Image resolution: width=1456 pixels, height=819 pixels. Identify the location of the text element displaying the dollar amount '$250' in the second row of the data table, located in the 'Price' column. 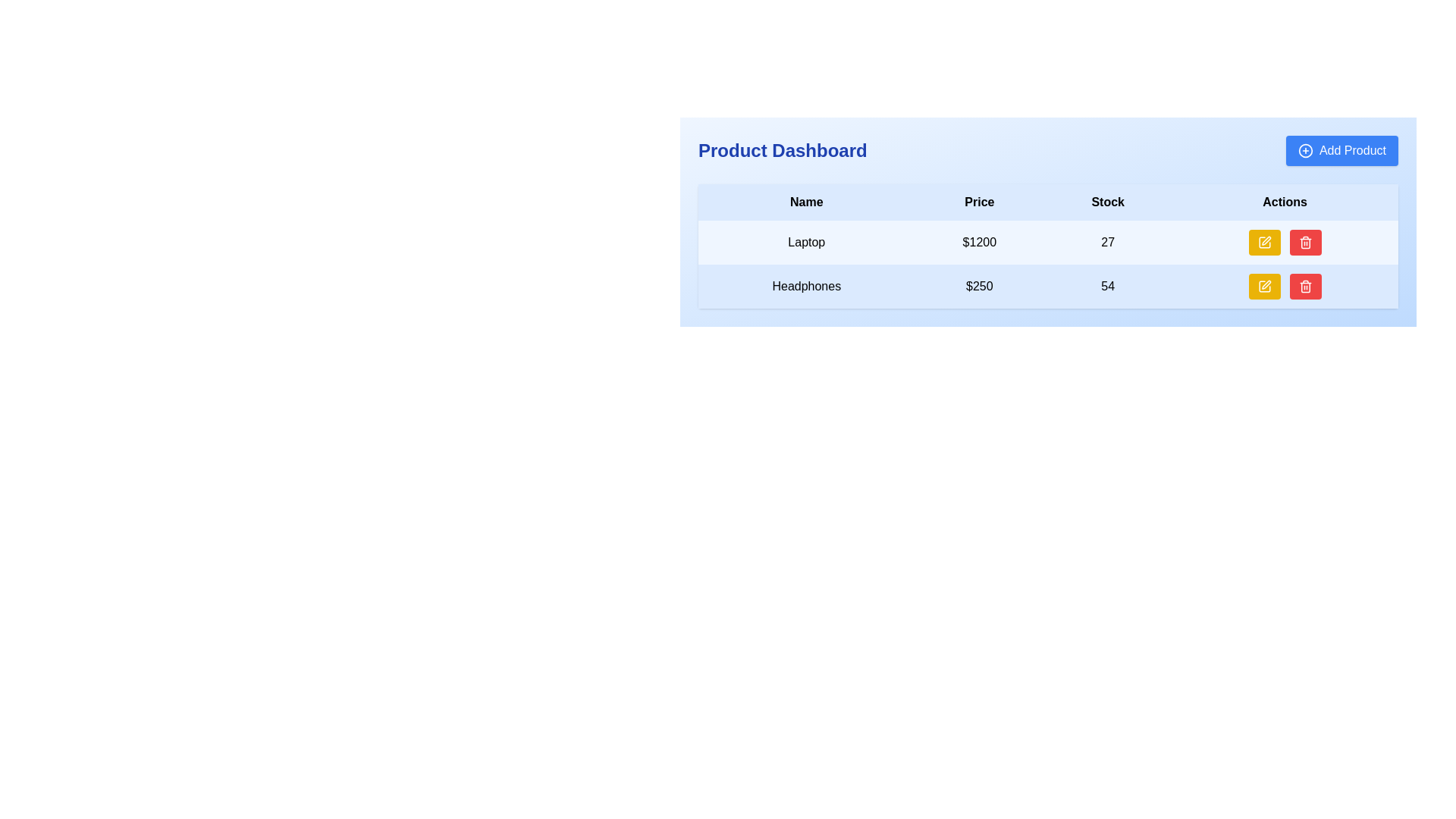
(979, 287).